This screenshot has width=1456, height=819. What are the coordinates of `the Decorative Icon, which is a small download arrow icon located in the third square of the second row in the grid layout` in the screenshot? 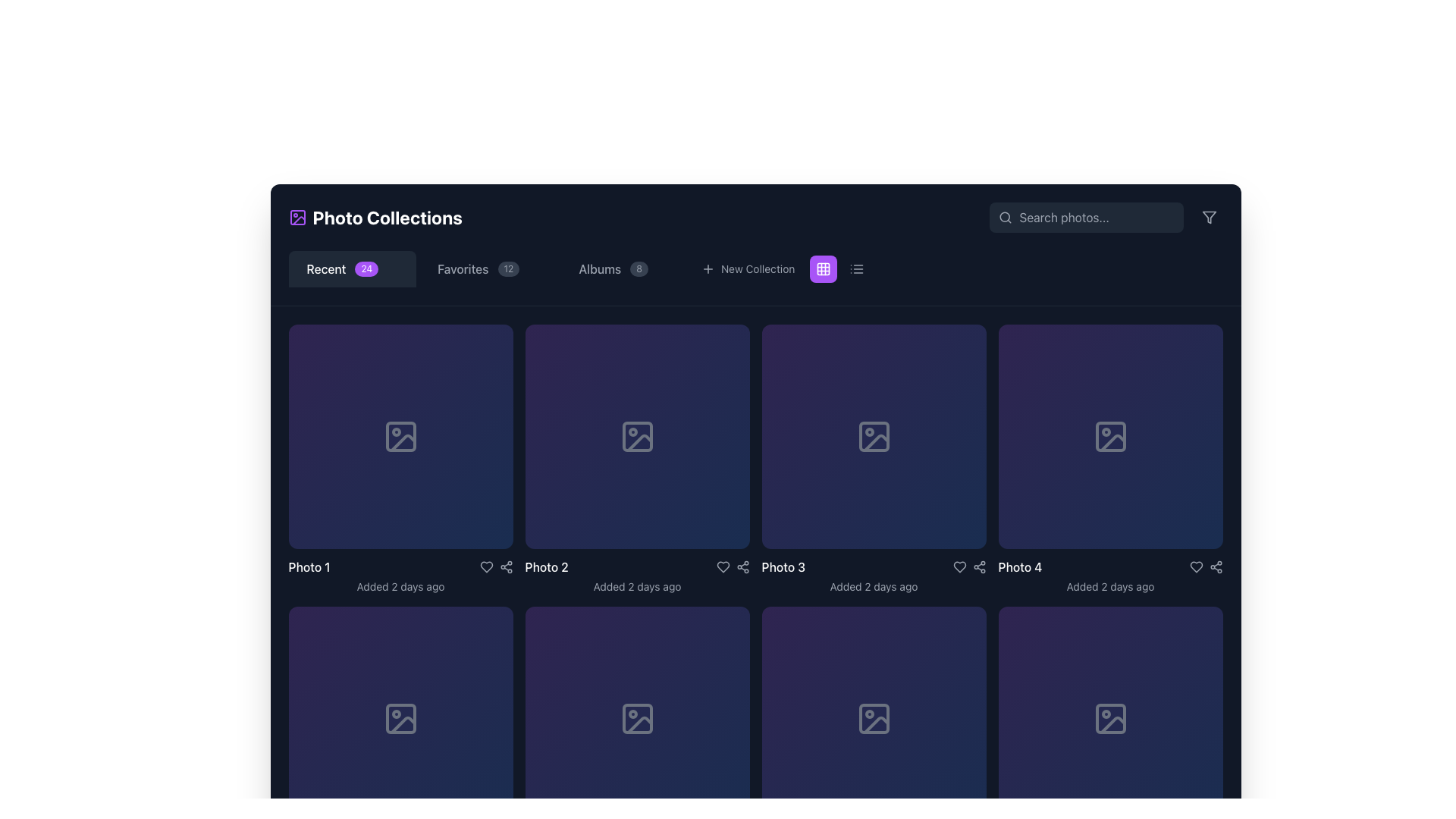 It's located at (637, 718).